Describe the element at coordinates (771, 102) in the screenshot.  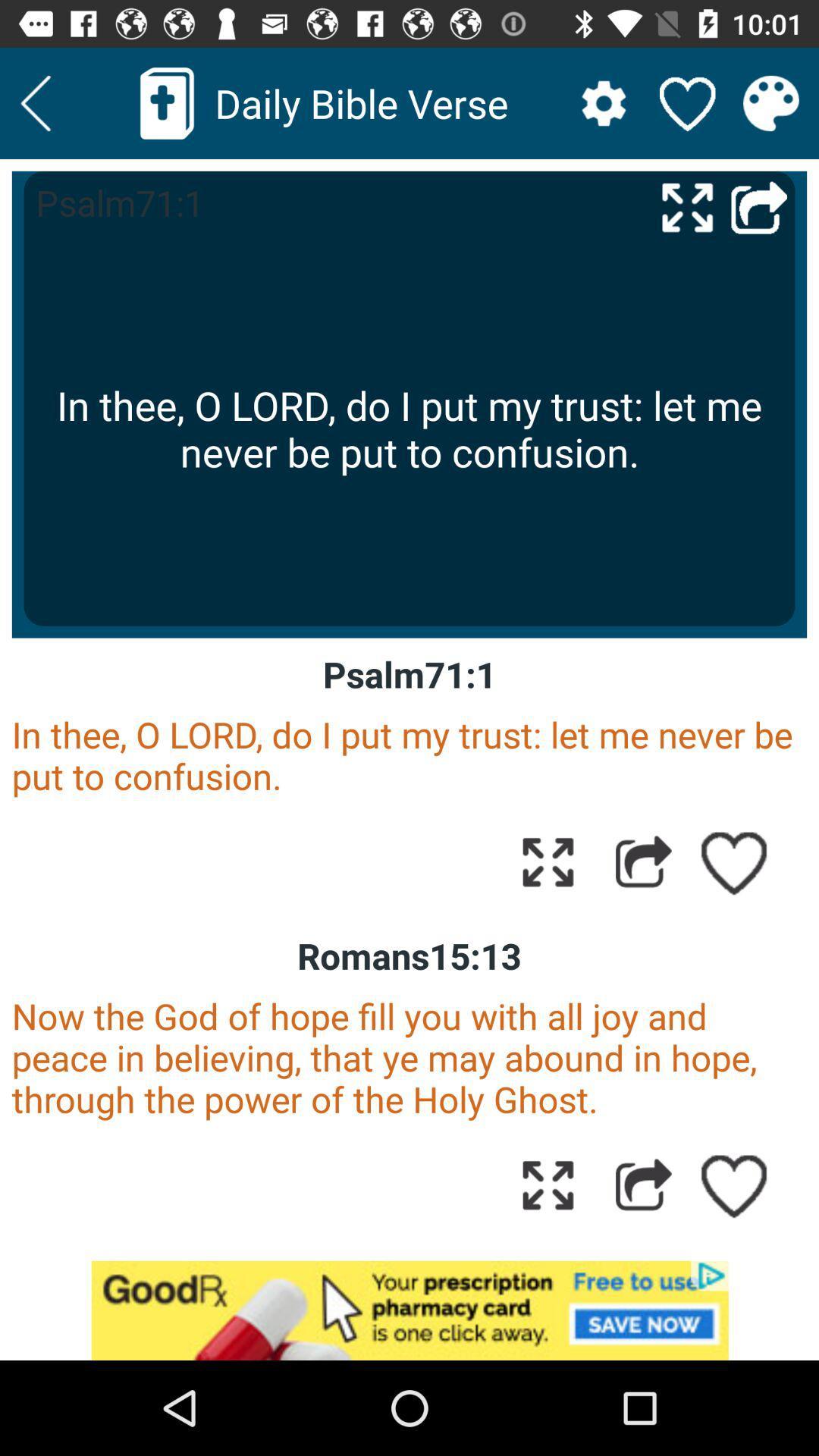
I see `colour selection` at that location.